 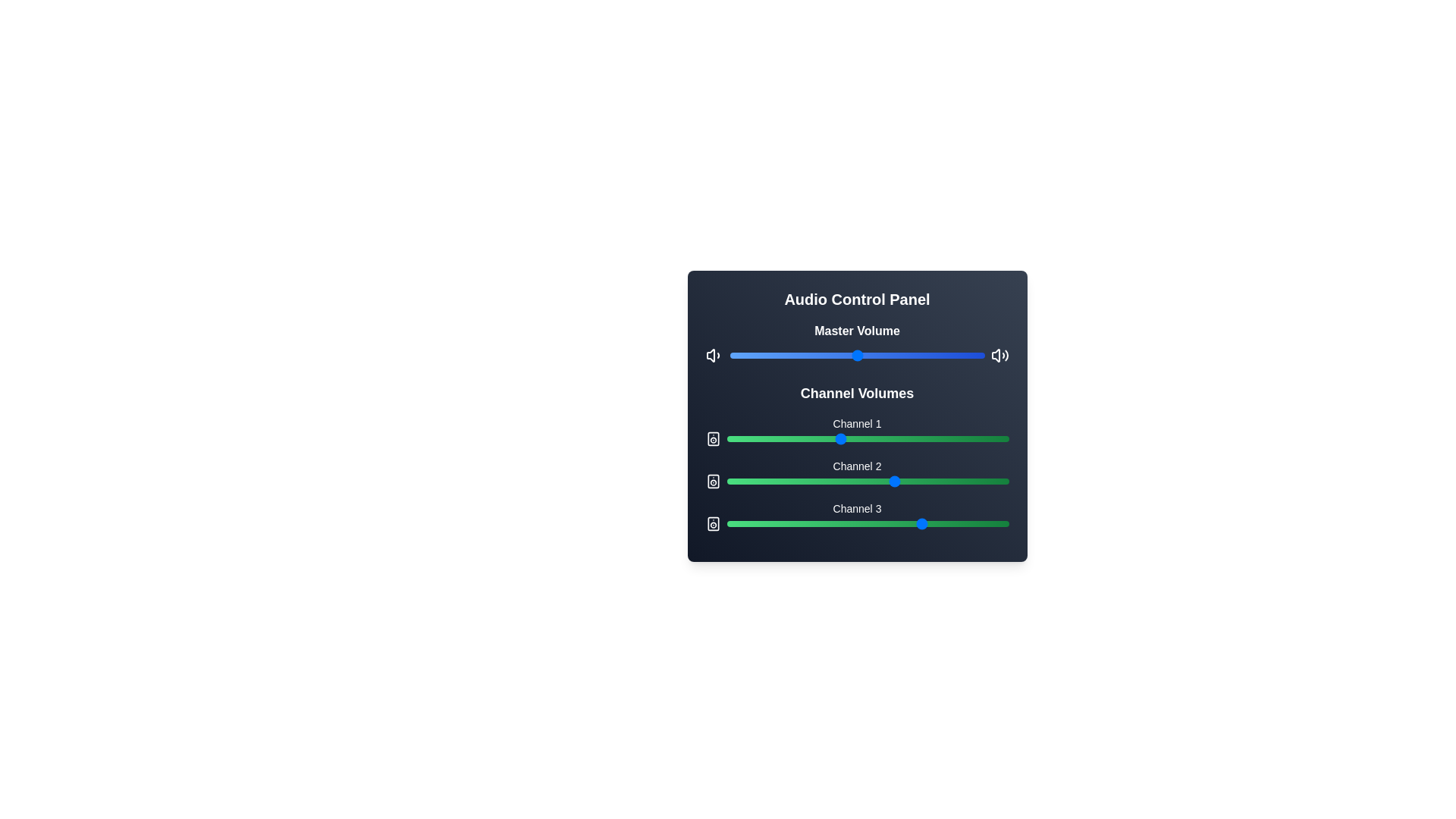 What do you see at coordinates (910, 482) in the screenshot?
I see `the slider value` at bounding box center [910, 482].